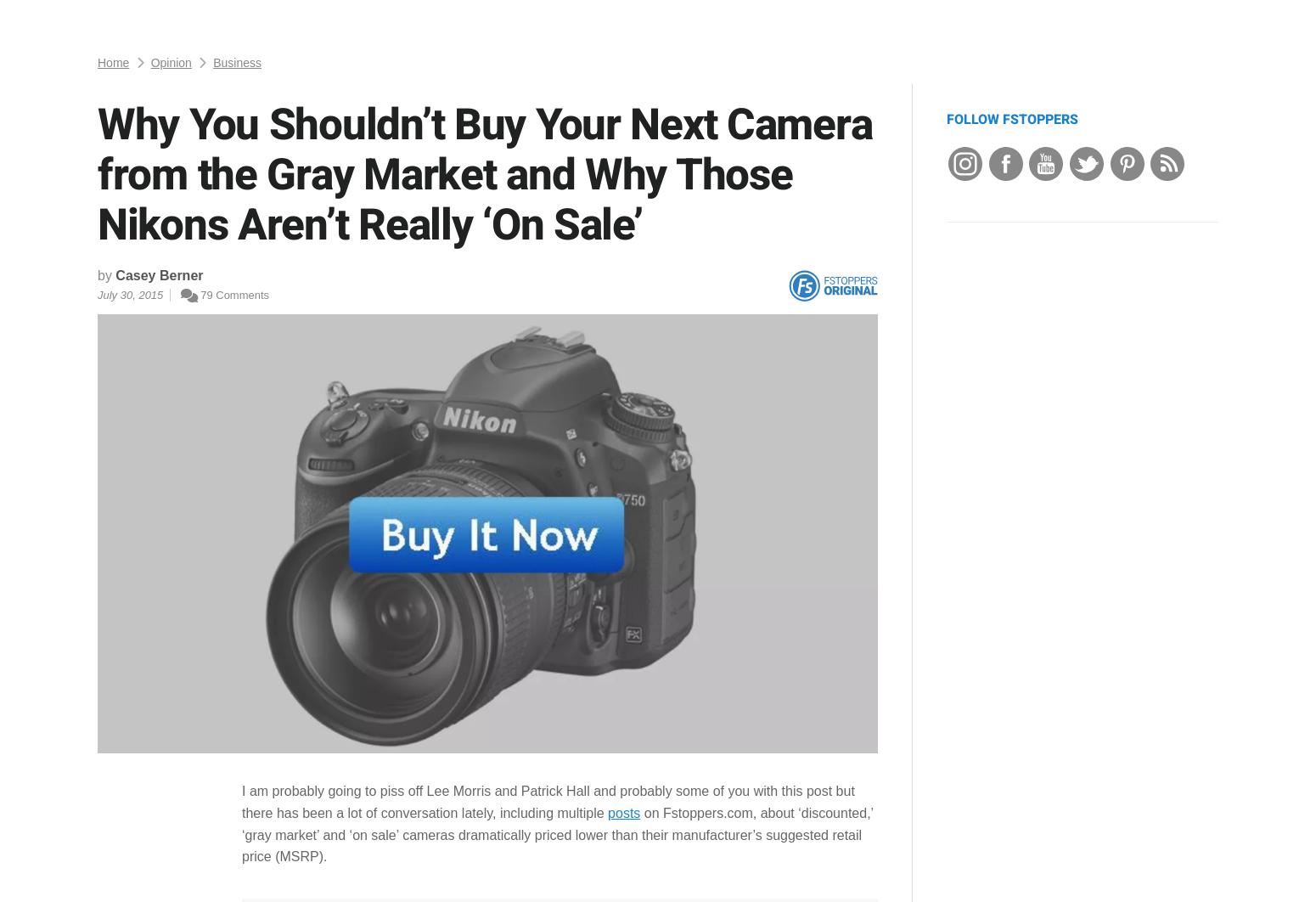 The height and width of the screenshot is (902, 1316). Describe the element at coordinates (149, 20) in the screenshot. I see `'Latest'` at that location.